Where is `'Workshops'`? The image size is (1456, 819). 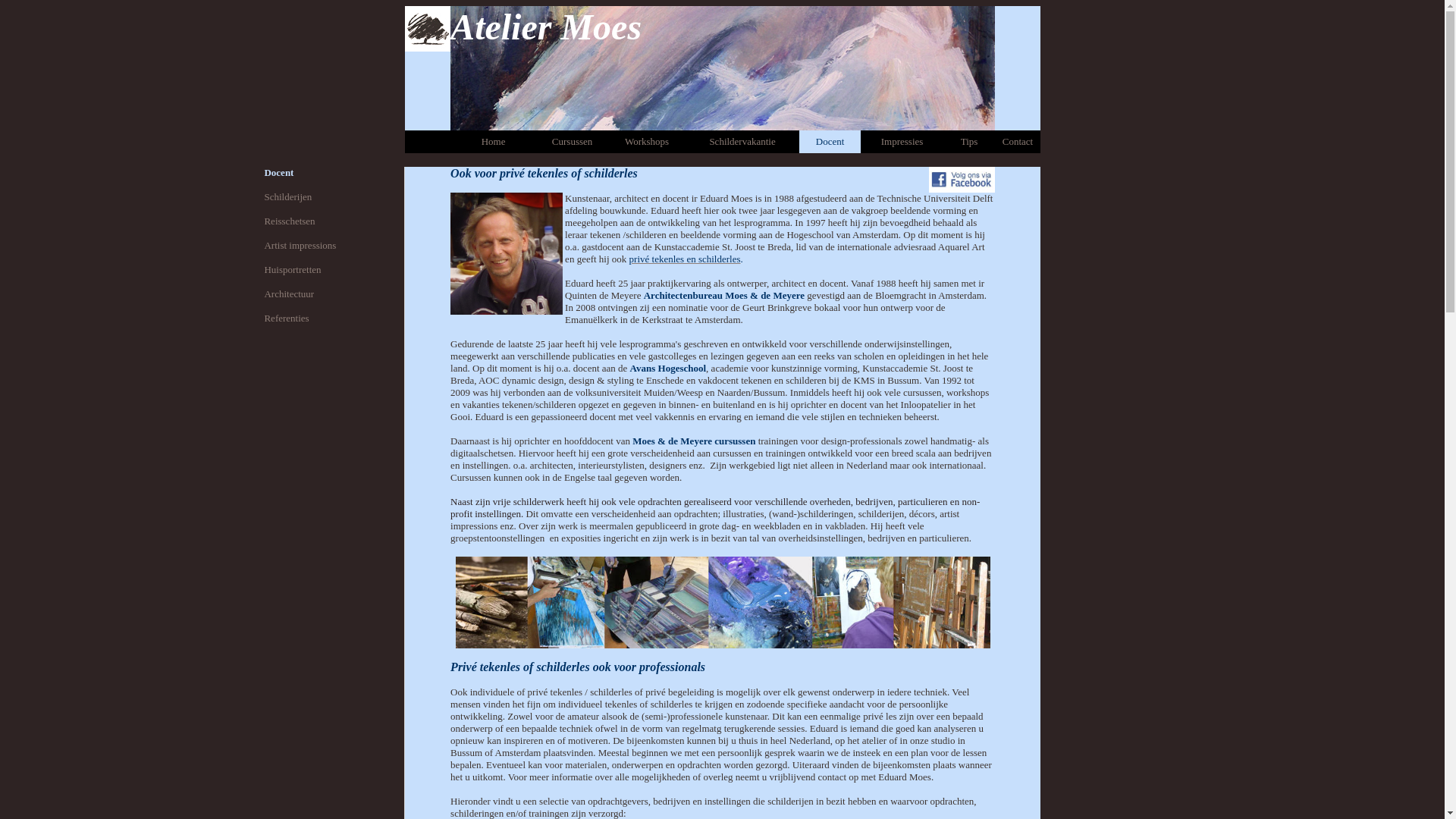 'Workshops' is located at coordinates (647, 141).